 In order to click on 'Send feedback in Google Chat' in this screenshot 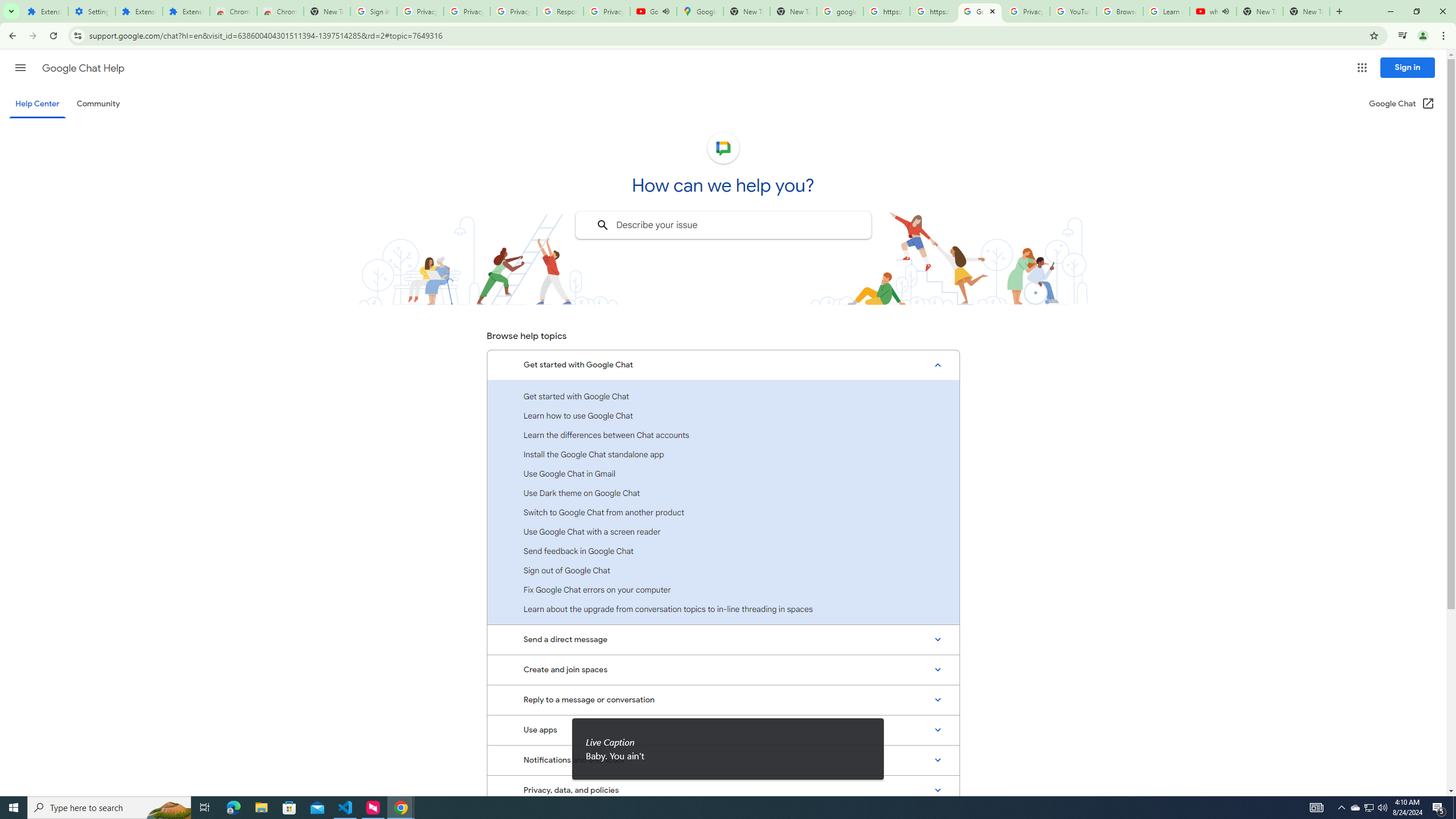, I will do `click(723, 551)`.